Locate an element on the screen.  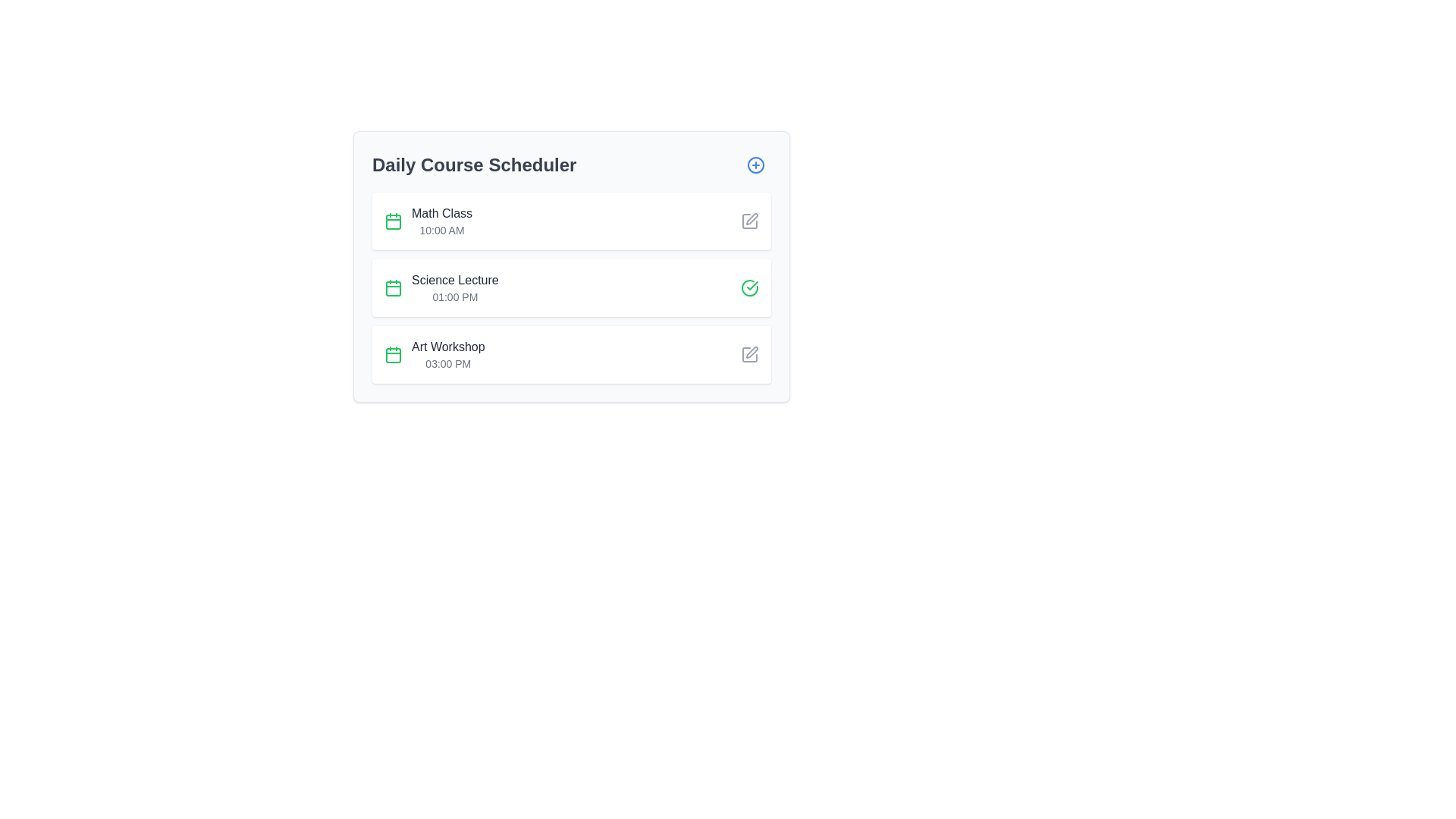
the 'Math Class' static text label, which is prominently displayed in gray within the top event section of the 'Daily Course Scheduler' interface is located at coordinates (441, 213).